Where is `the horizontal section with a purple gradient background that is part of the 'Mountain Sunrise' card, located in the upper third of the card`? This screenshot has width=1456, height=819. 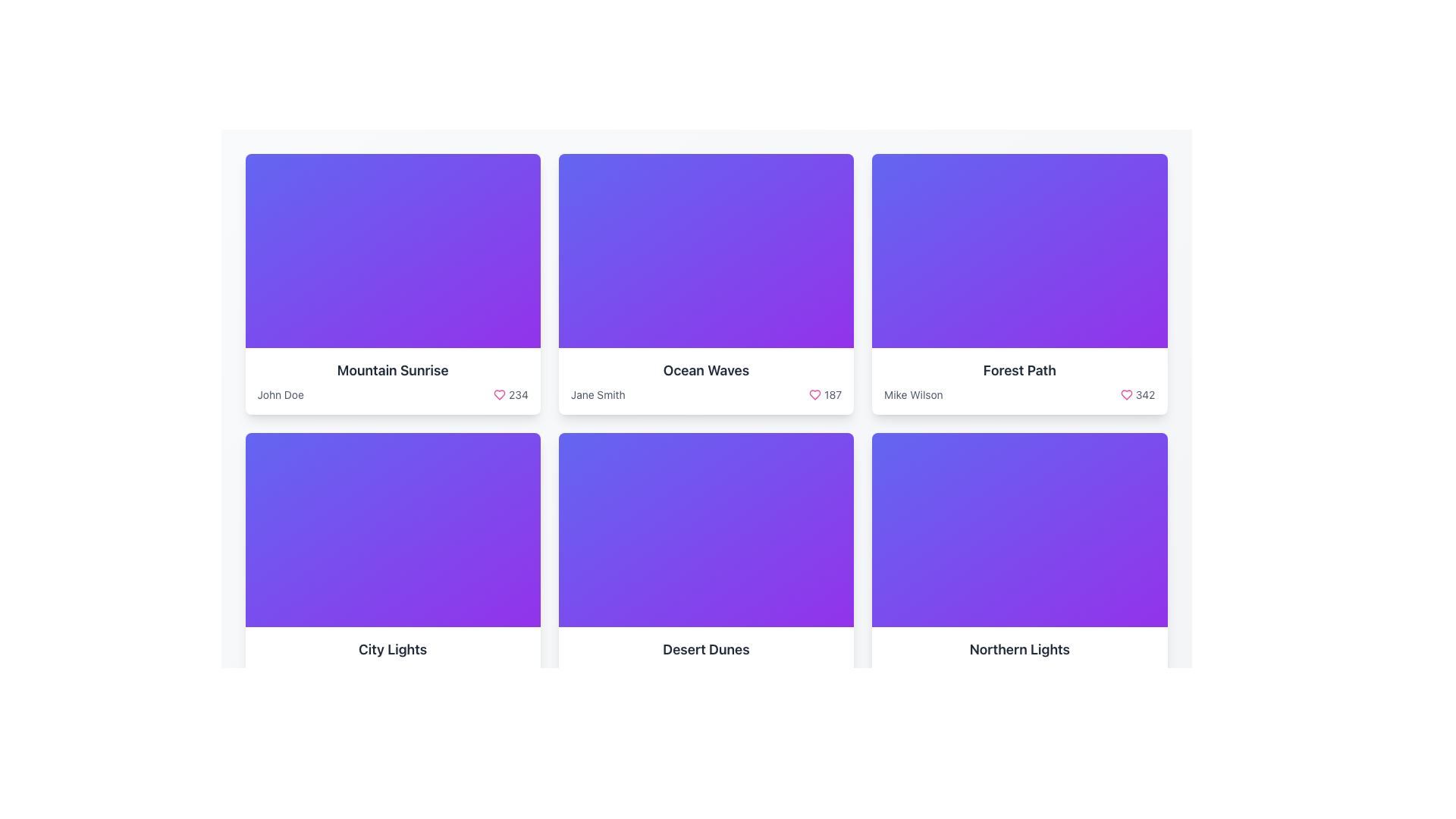 the horizontal section with a purple gradient background that is part of the 'Mountain Sunrise' card, located in the upper third of the card is located at coordinates (393, 296).